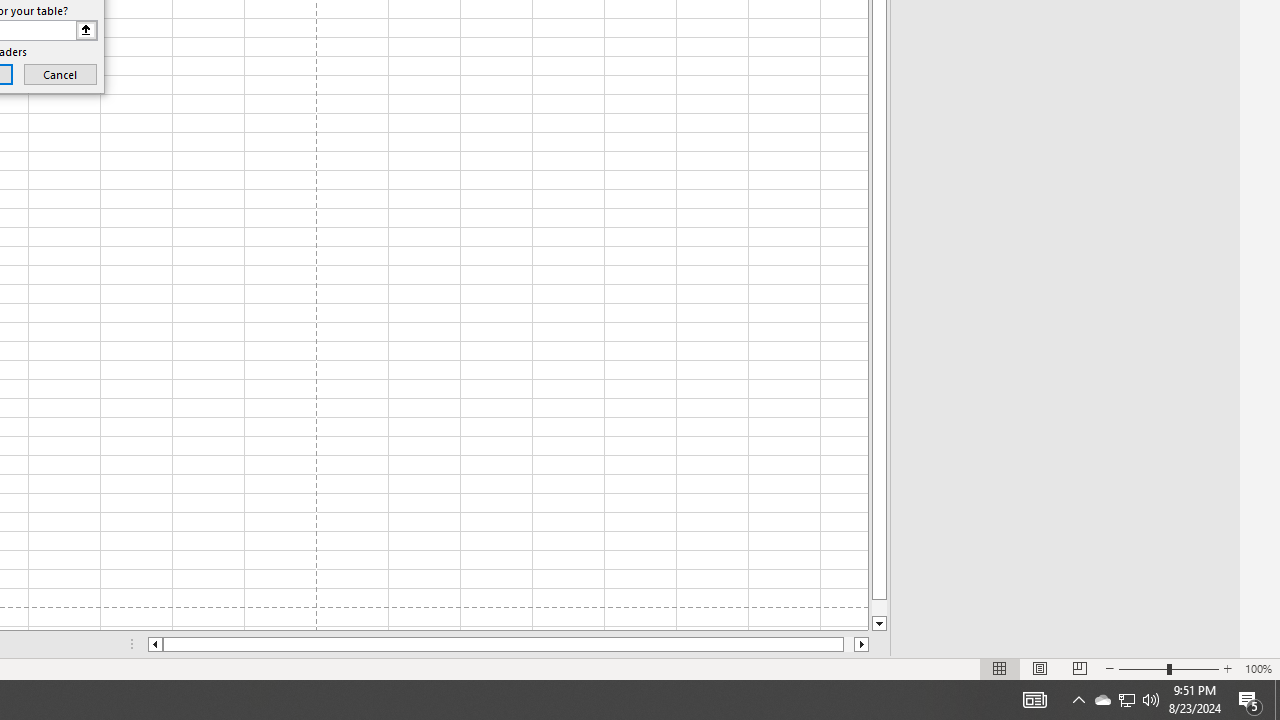 This screenshot has height=720, width=1280. Describe the element at coordinates (879, 623) in the screenshot. I see `'Line down'` at that location.